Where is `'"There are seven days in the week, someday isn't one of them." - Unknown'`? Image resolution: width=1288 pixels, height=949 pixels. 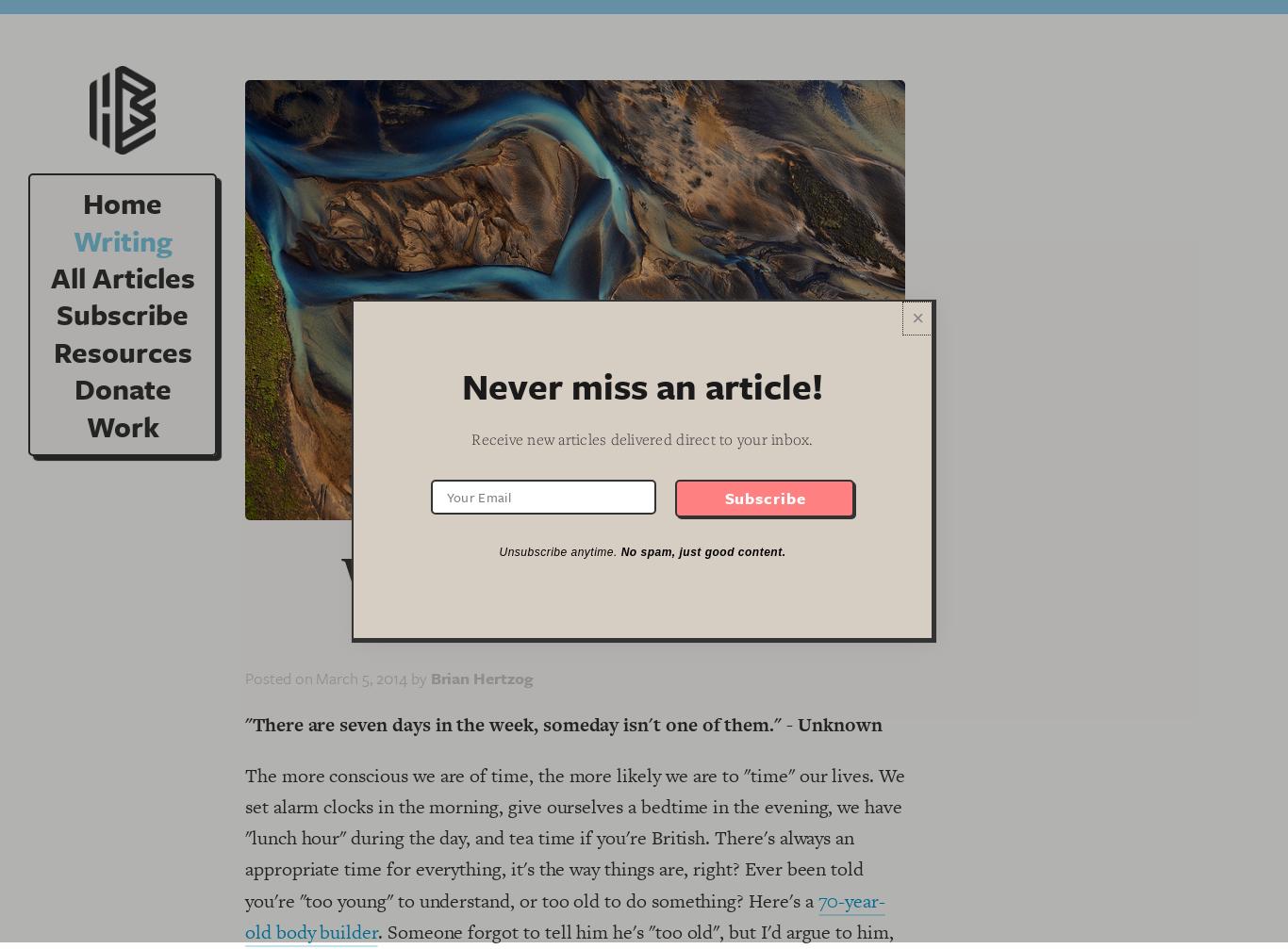 '"There are seven days in the week, someday isn't one of them." - Unknown' is located at coordinates (562, 723).